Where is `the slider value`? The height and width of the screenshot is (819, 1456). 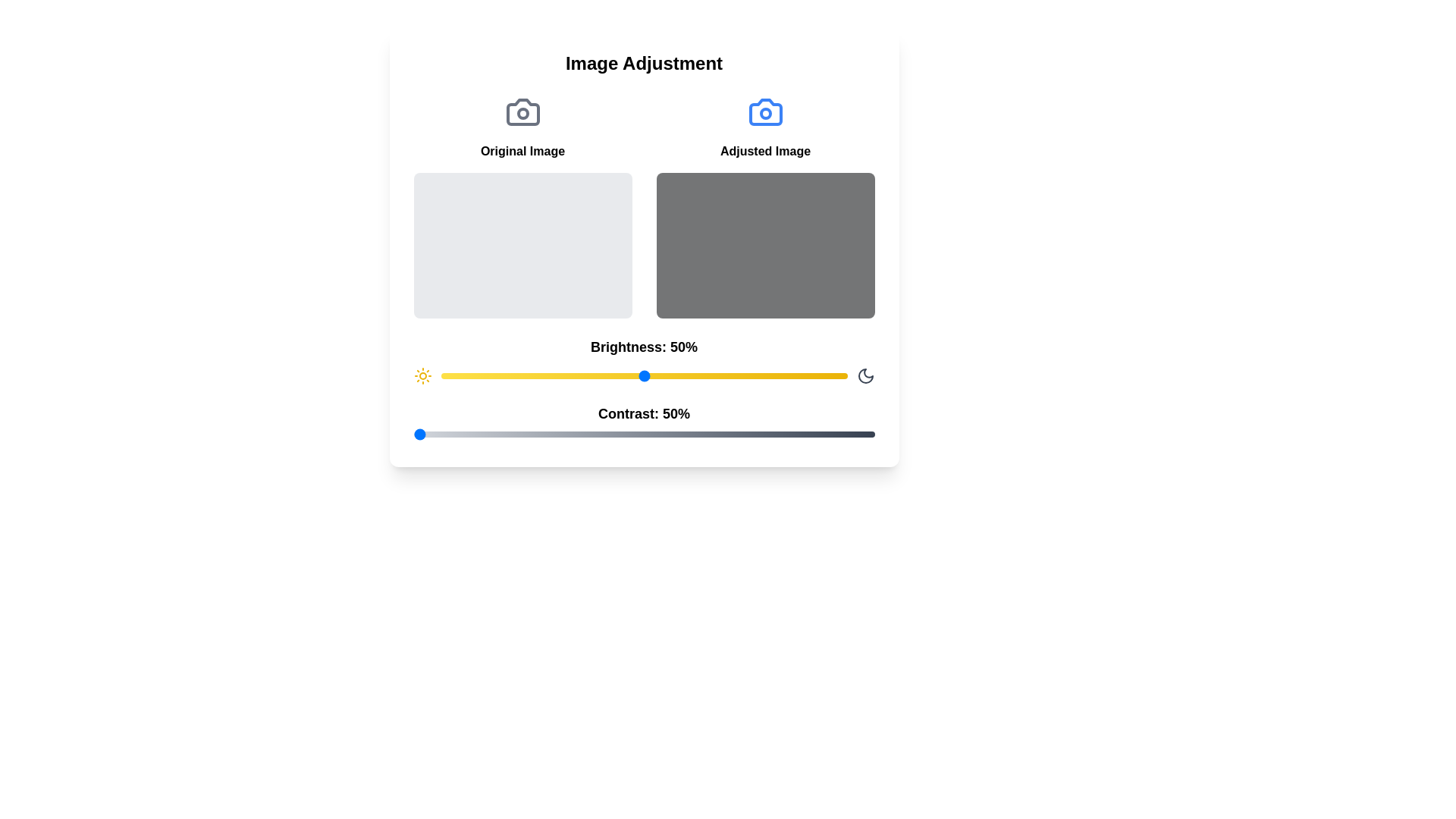 the slider value is located at coordinates (530, 375).